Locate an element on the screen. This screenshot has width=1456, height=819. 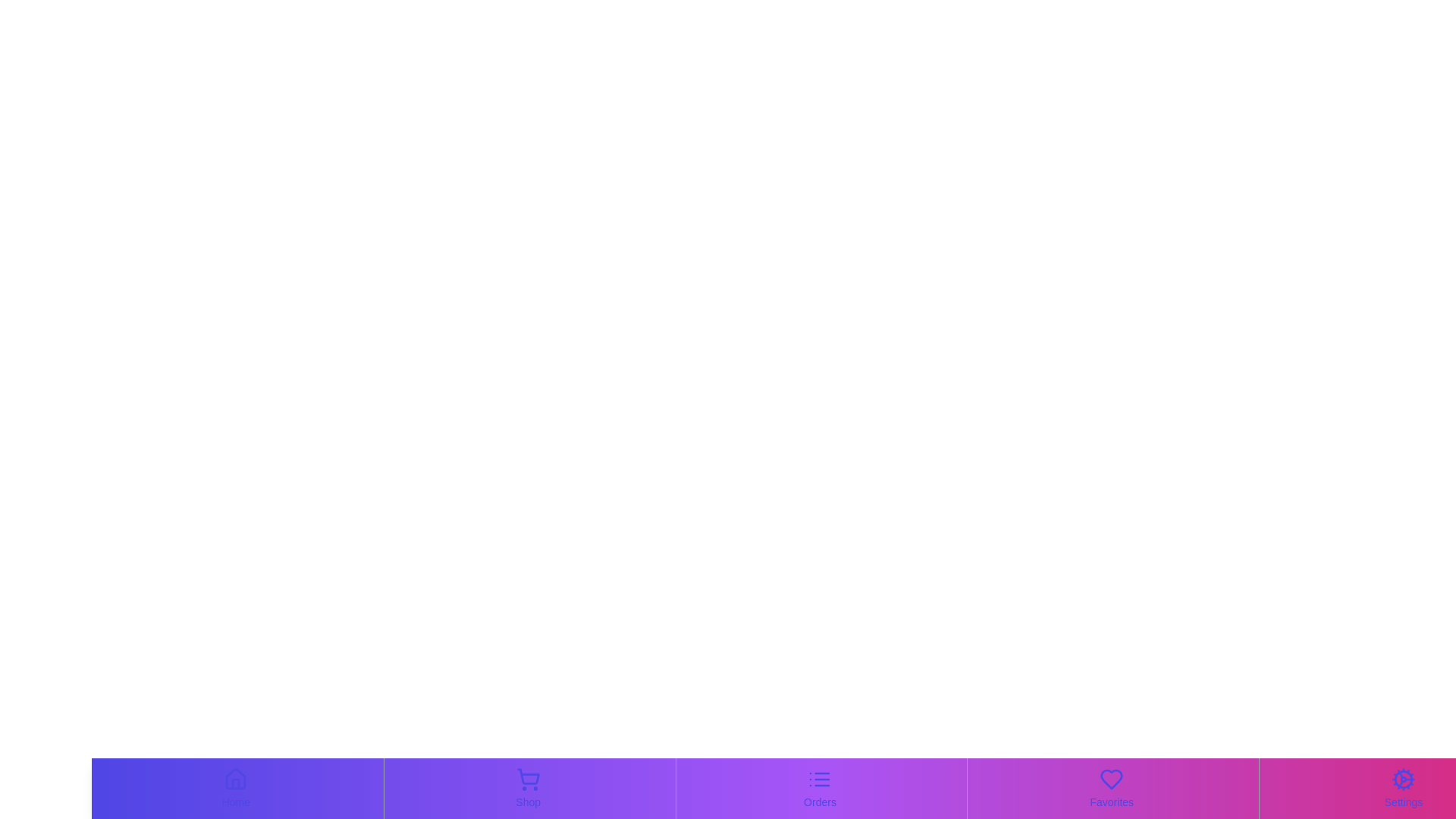
the Orders tab by clicking on its corresponding button is located at coordinates (818, 788).